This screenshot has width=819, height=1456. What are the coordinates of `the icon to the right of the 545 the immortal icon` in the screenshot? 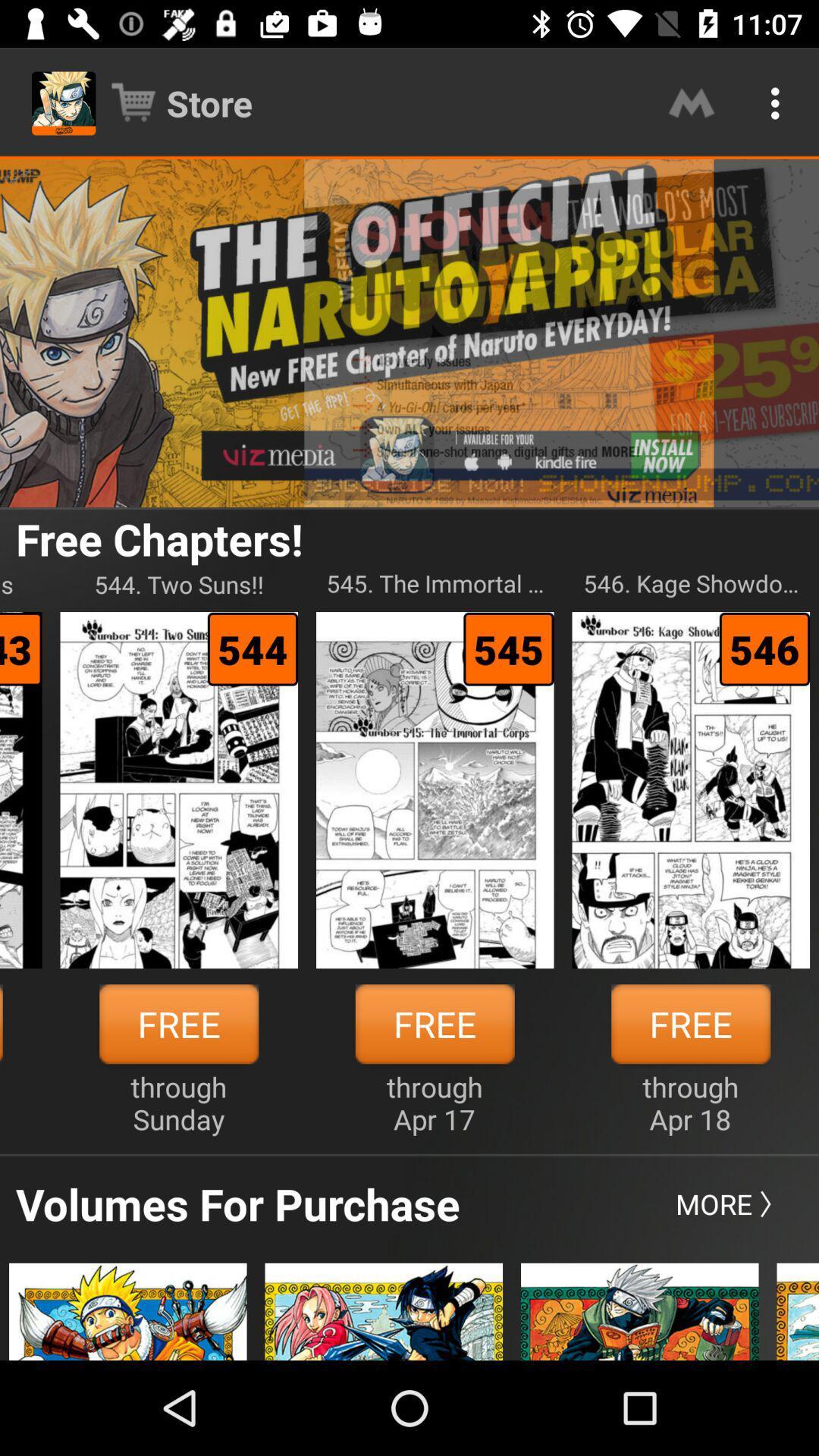 It's located at (691, 583).